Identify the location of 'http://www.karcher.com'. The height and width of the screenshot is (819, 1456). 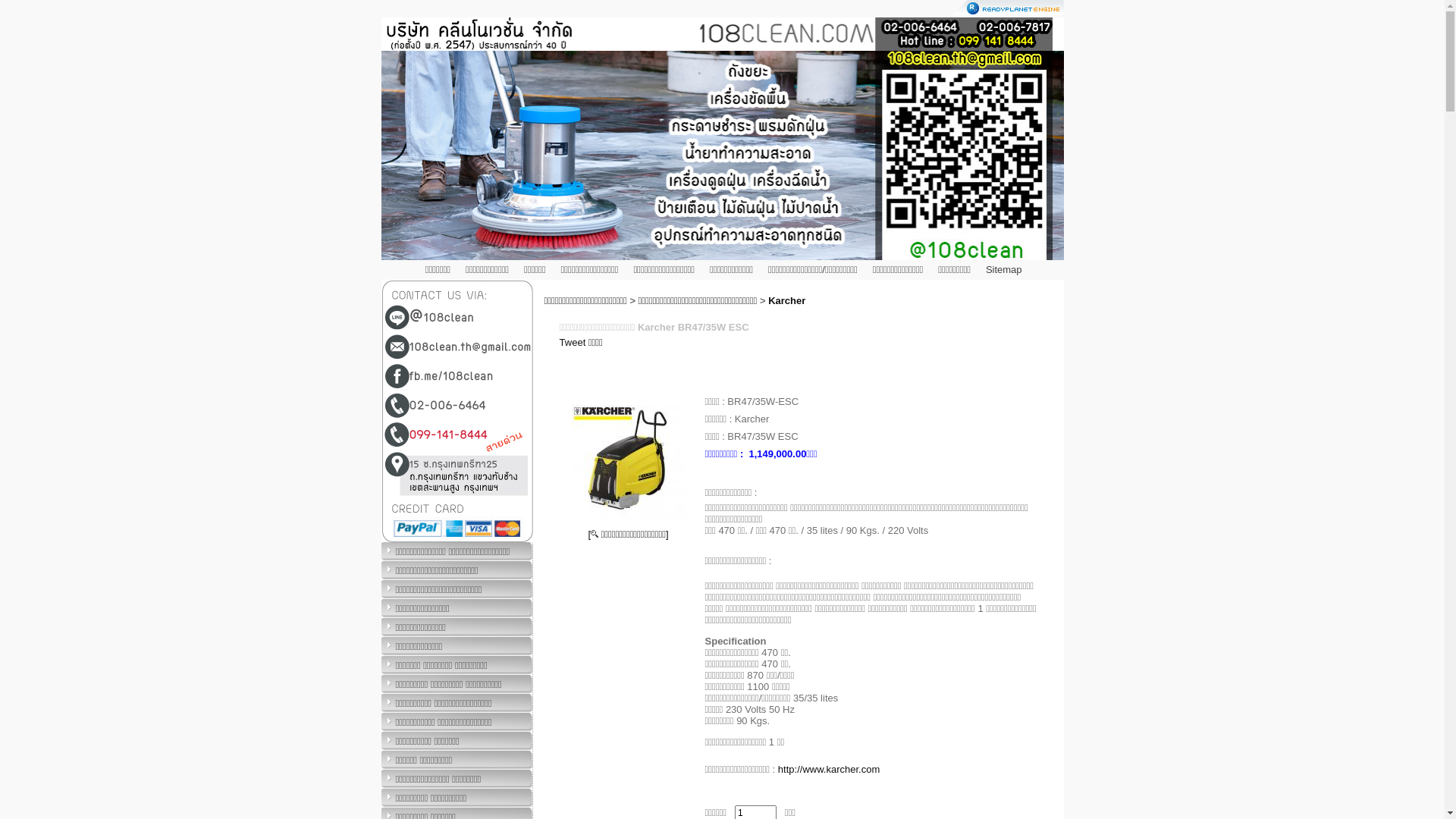
(828, 769).